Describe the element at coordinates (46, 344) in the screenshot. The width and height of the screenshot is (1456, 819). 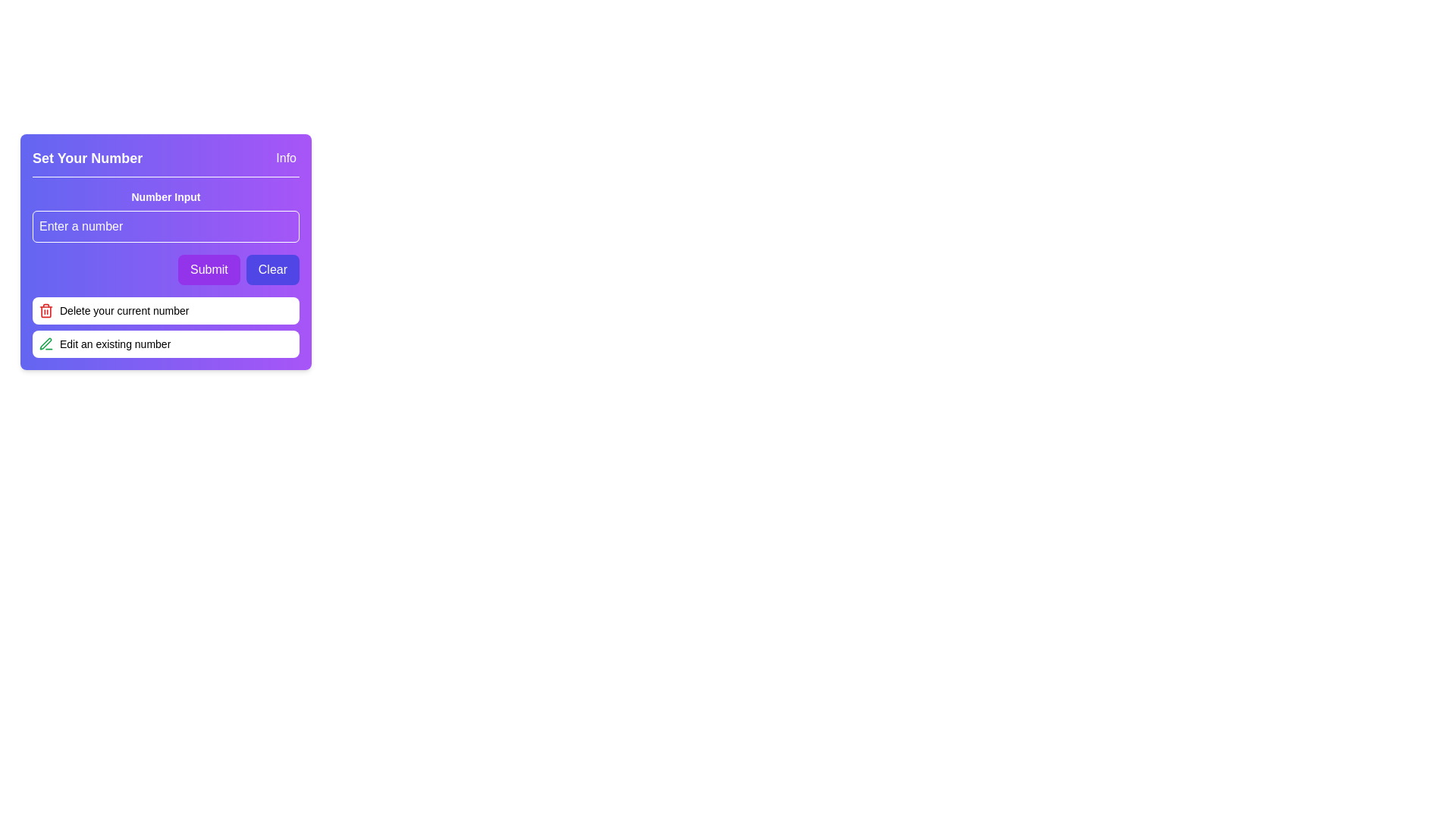
I see `the 'edit' icon (SVG) located to the left of the 'Edit an existing number' text in the second row of the 'Number Input' section to observe the associated tooltip or UI response` at that location.